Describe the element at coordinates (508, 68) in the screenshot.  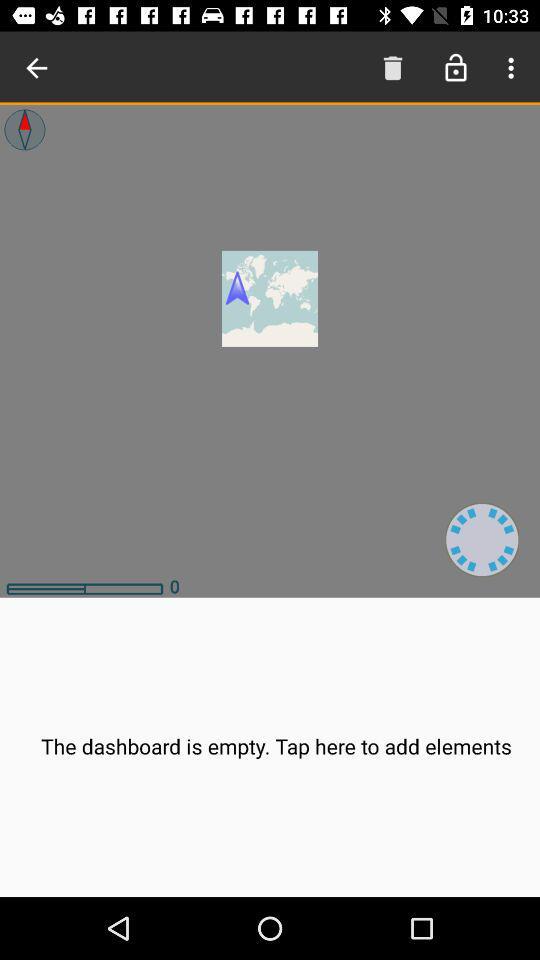
I see `open the menu` at that location.